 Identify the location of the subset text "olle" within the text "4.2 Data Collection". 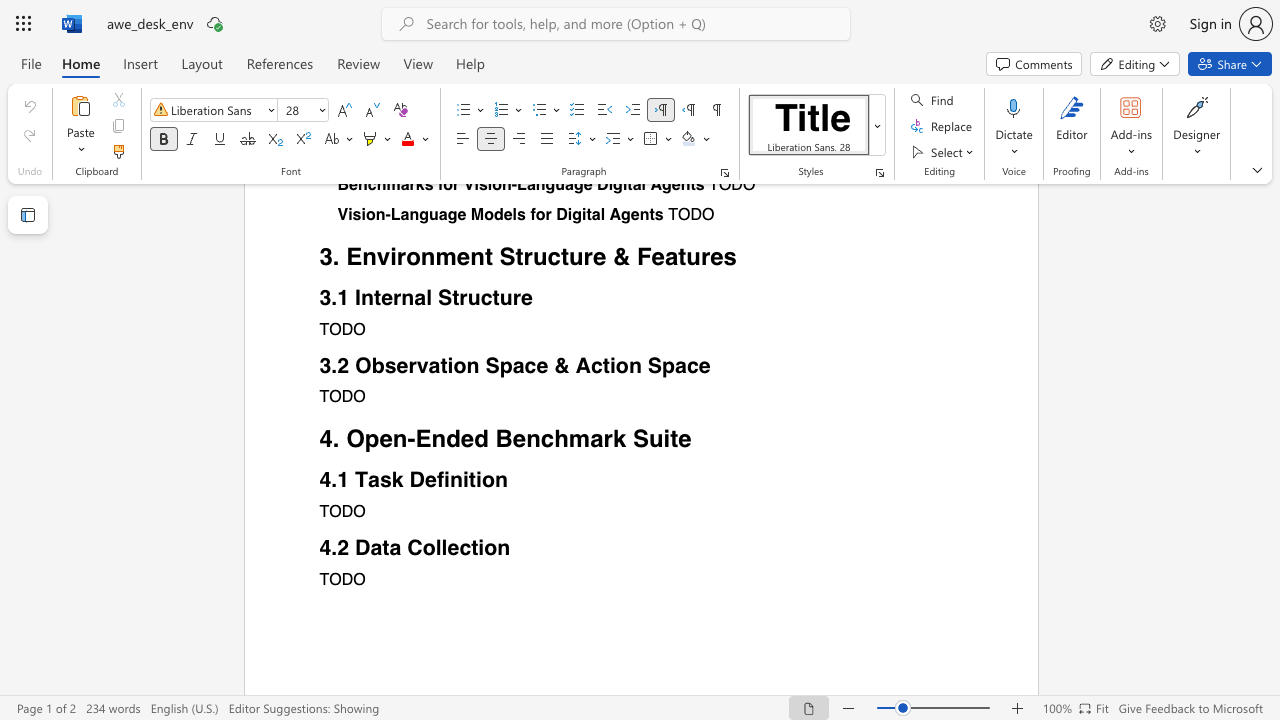
(421, 547).